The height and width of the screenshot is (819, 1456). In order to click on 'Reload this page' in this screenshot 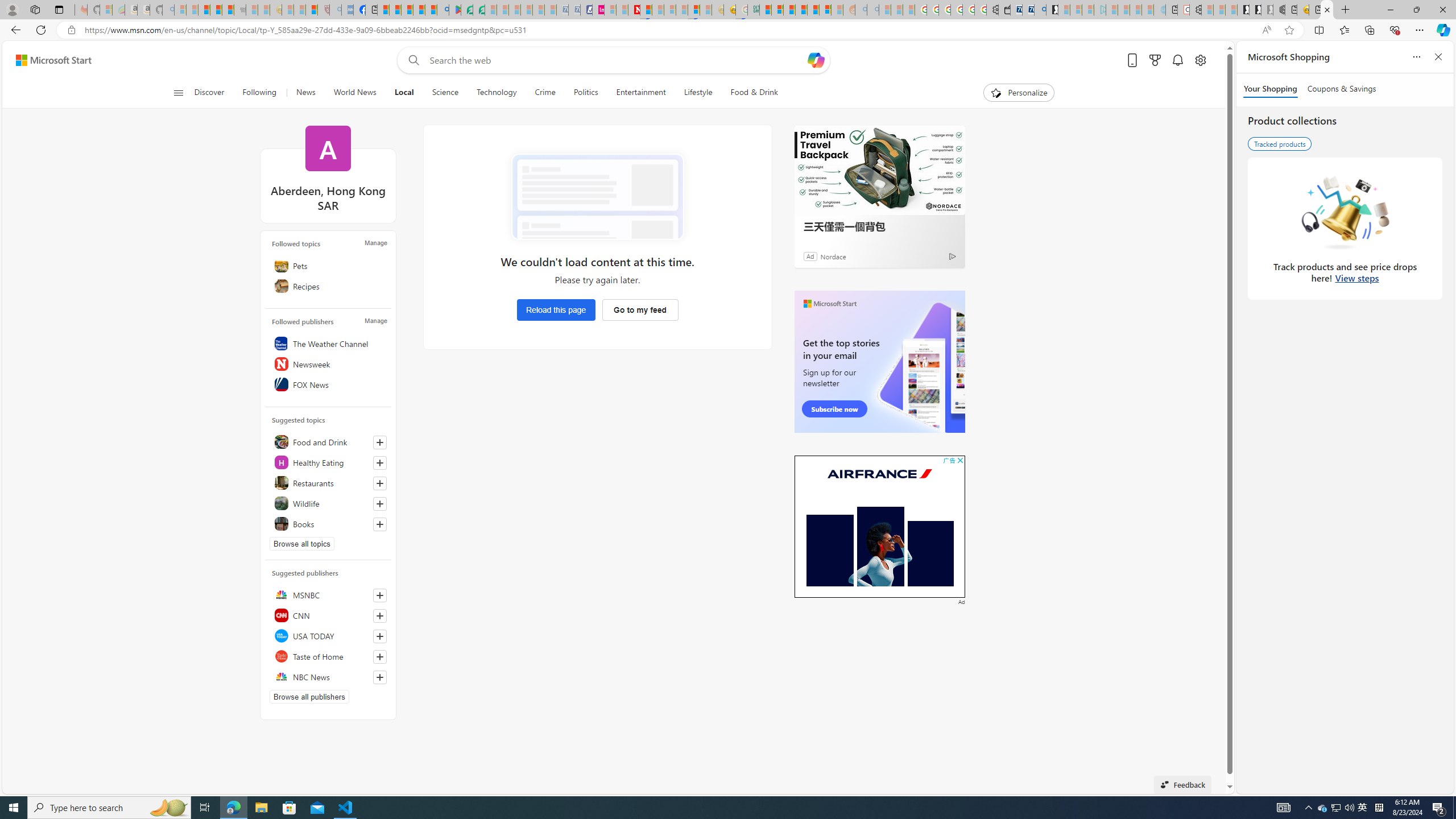, I will do `click(556, 309)`.